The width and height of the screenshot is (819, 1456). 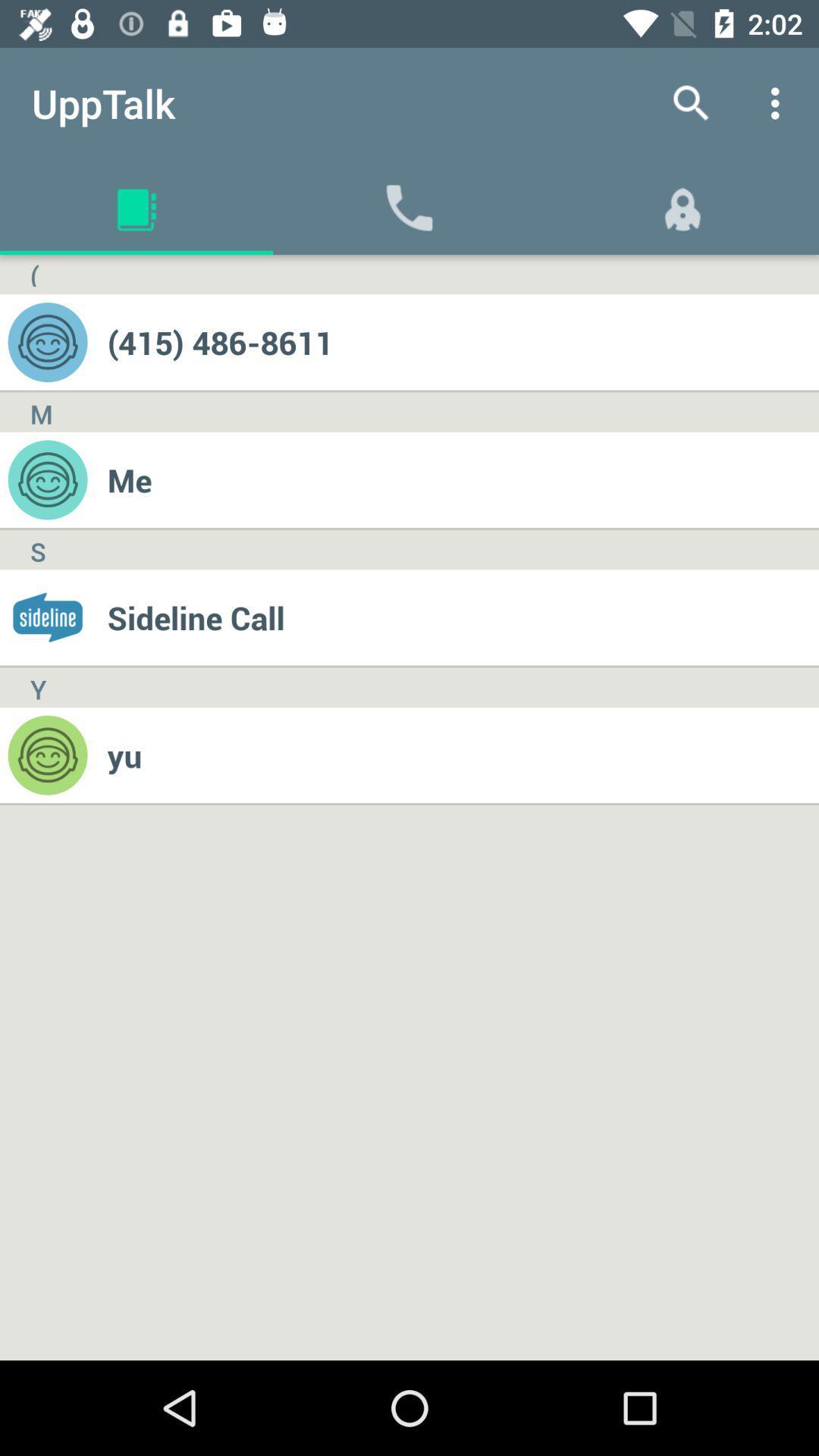 I want to click on the yu, so click(x=462, y=755).